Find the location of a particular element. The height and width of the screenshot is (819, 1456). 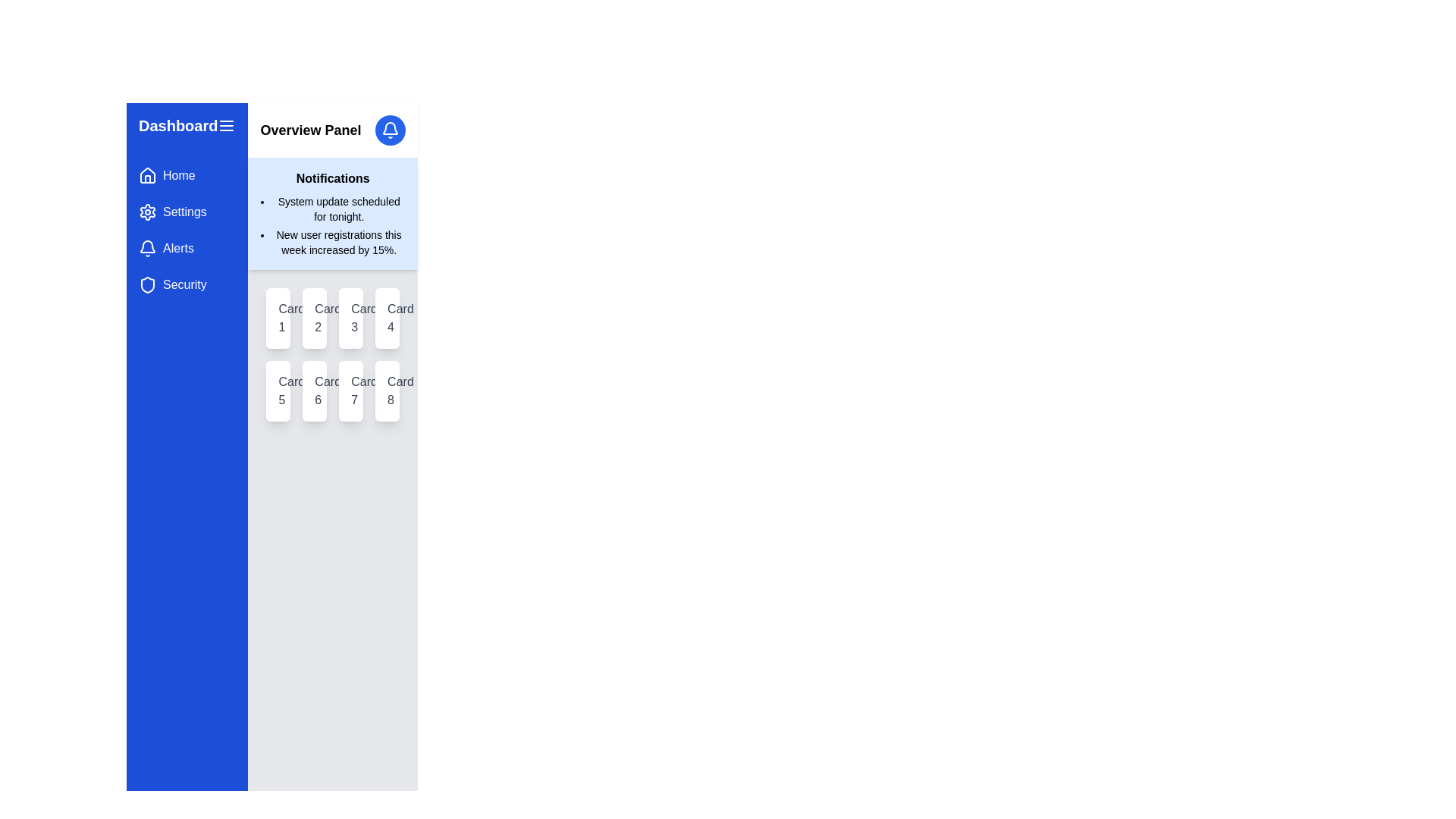

the informational text reading 'New user registrations this week increased by 15%' in the Overview Panel, which is the second item in the bullet-point list beneath 'Notifications' is located at coordinates (338, 242).